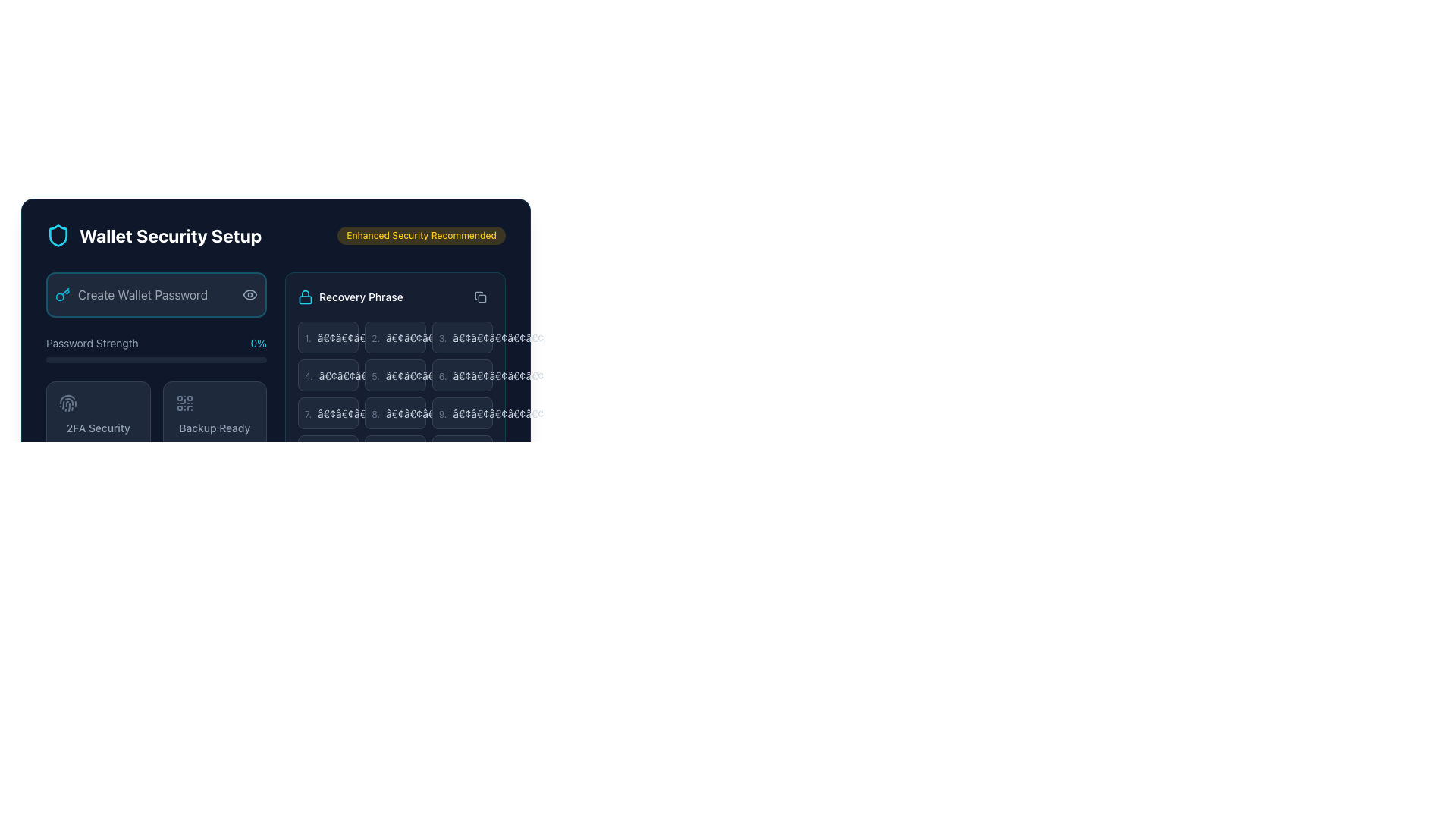 The image size is (1456, 819). I want to click on recovery phrase contained within the Text Display Box, which has a dark background and numbered bullet points, located in the recovery phrase section, so click(395, 418).